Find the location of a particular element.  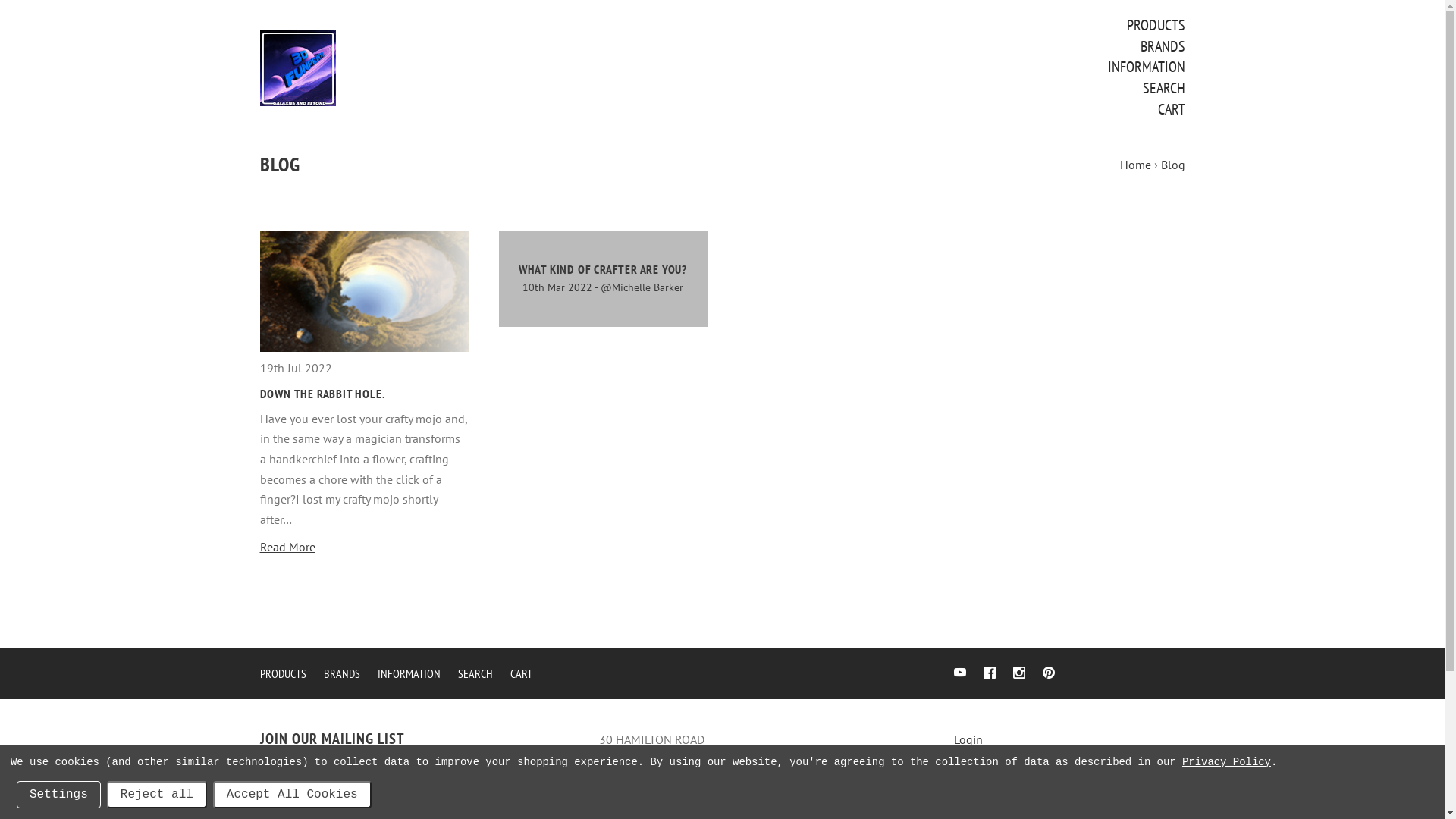

'CART' is located at coordinates (510, 672).